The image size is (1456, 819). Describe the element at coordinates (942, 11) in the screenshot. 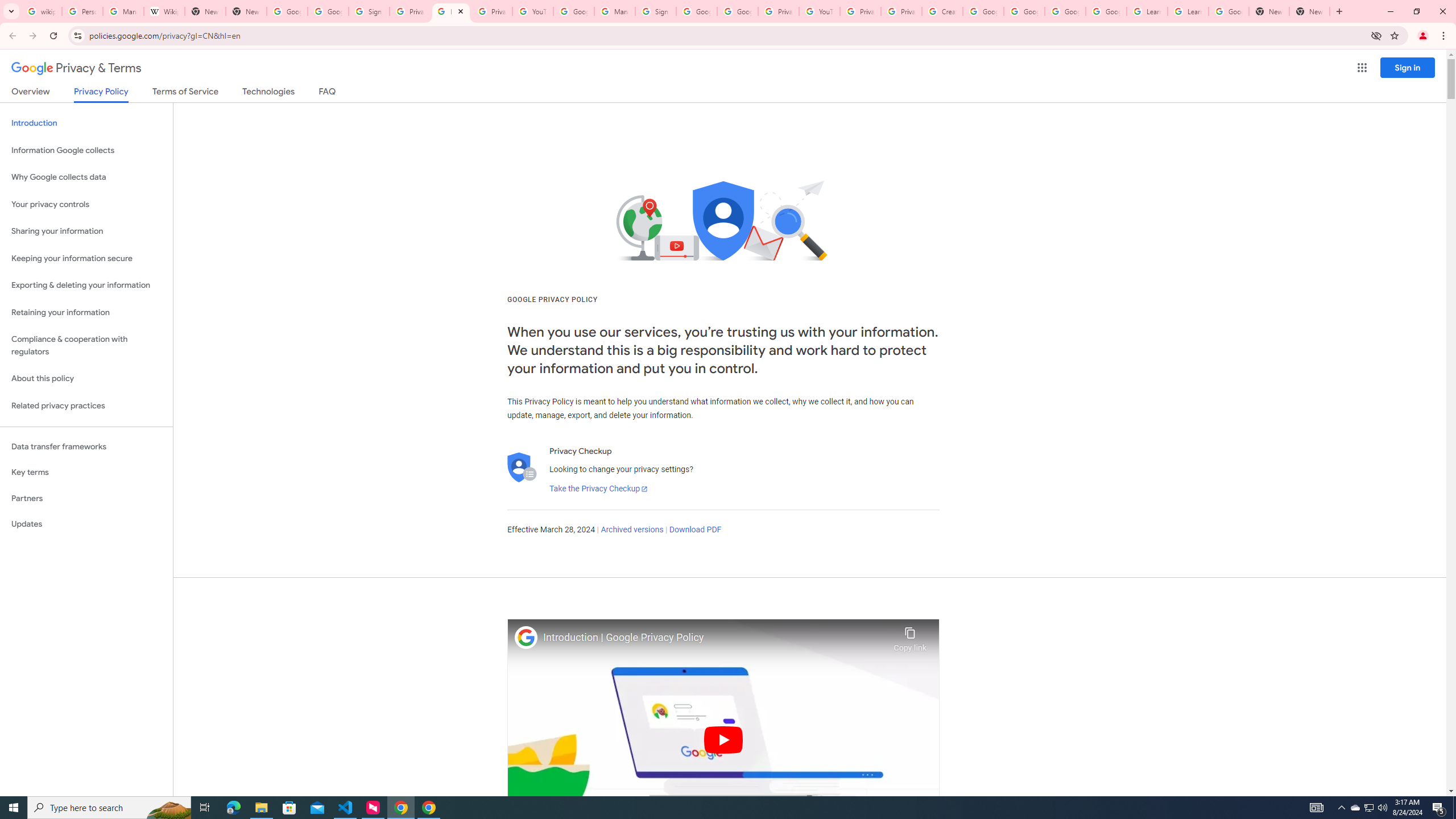

I see `'Create your Google Account'` at that location.